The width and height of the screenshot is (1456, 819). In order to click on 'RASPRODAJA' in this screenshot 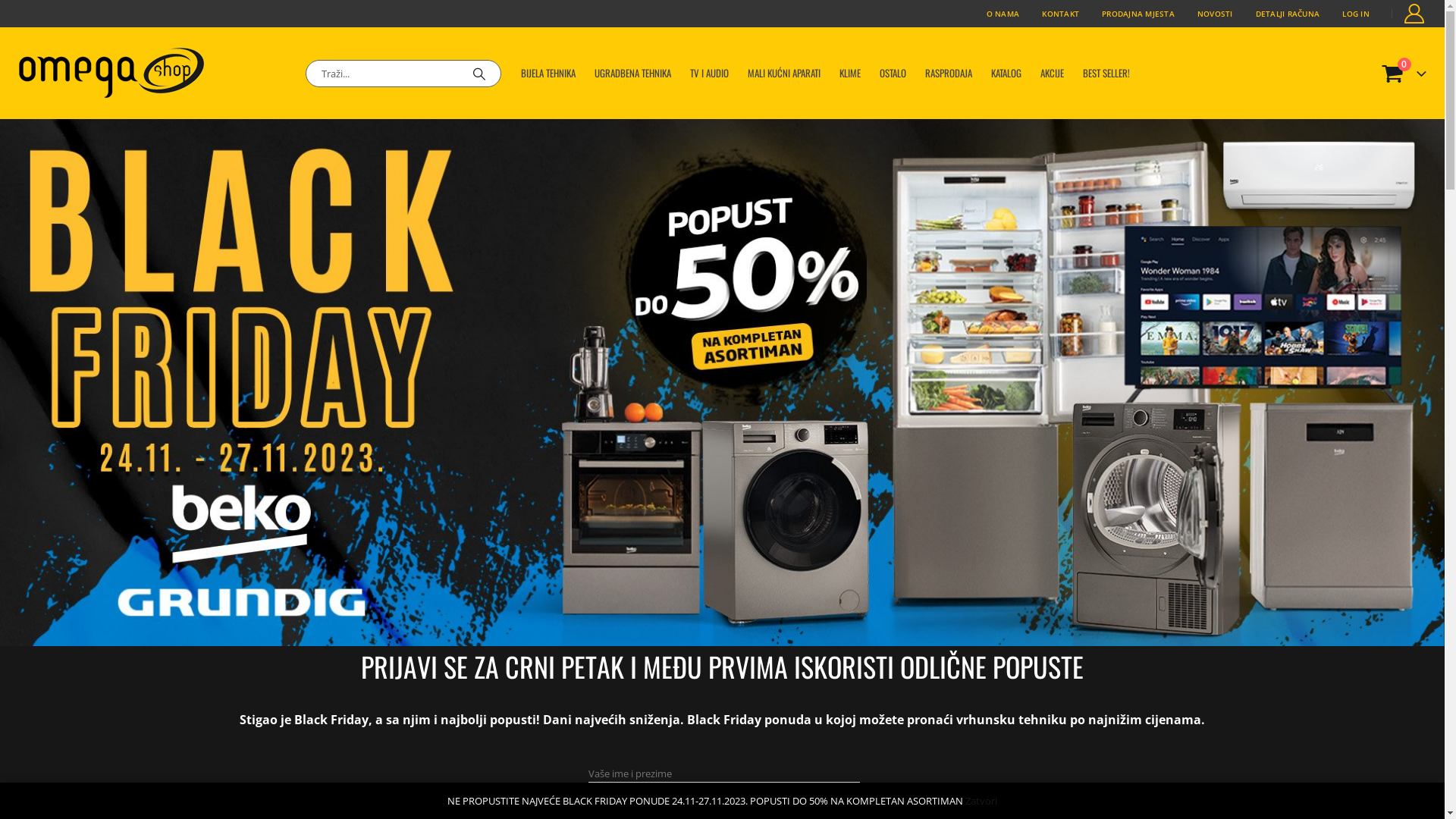, I will do `click(948, 73)`.